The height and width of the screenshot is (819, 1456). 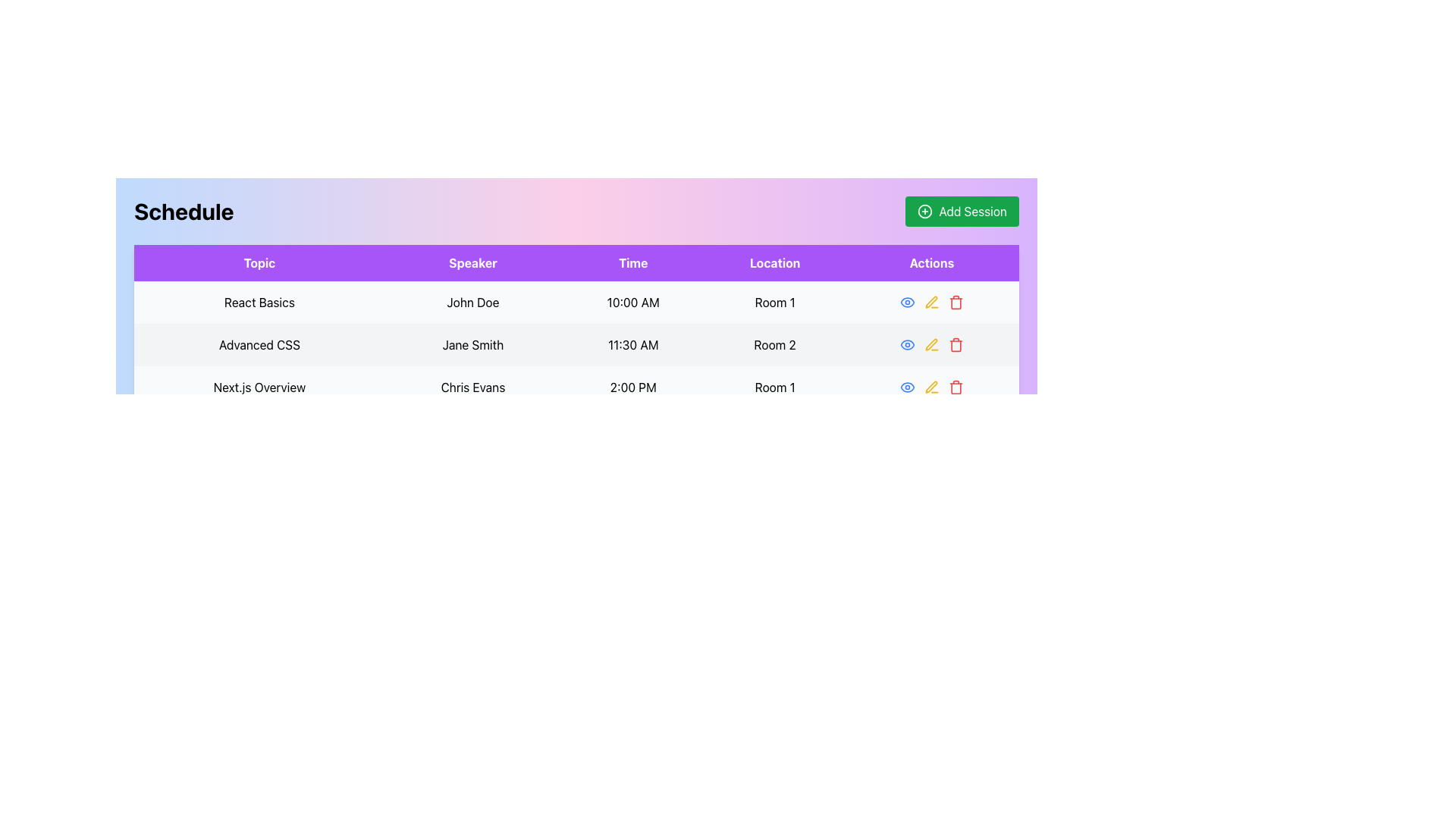 What do you see at coordinates (907, 345) in the screenshot?
I see `the 'View' action button in the 'Actions' column of the table to change its color and potentially reveal a tooltip` at bounding box center [907, 345].